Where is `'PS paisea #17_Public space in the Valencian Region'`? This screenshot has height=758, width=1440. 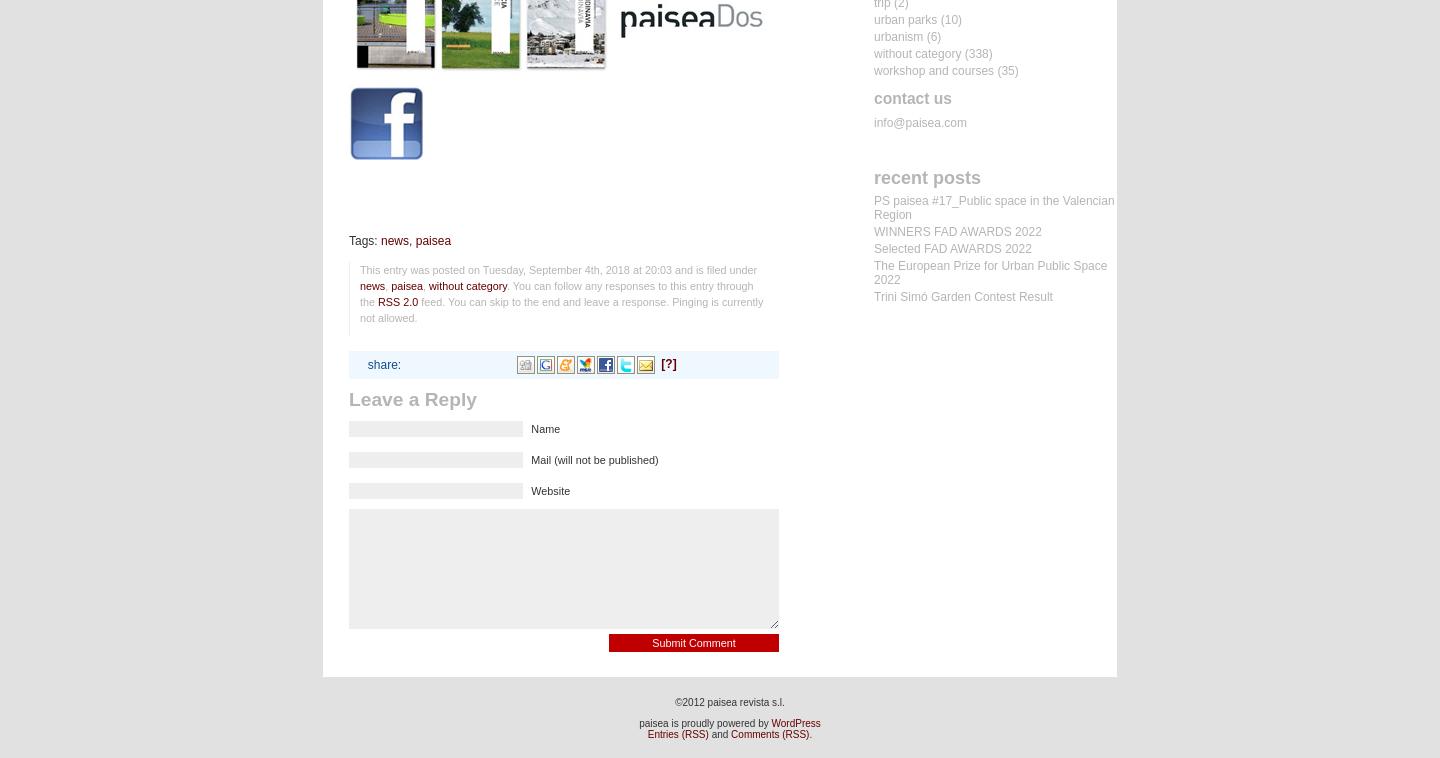 'PS paisea #17_Public space in the Valencian Region' is located at coordinates (993, 207).